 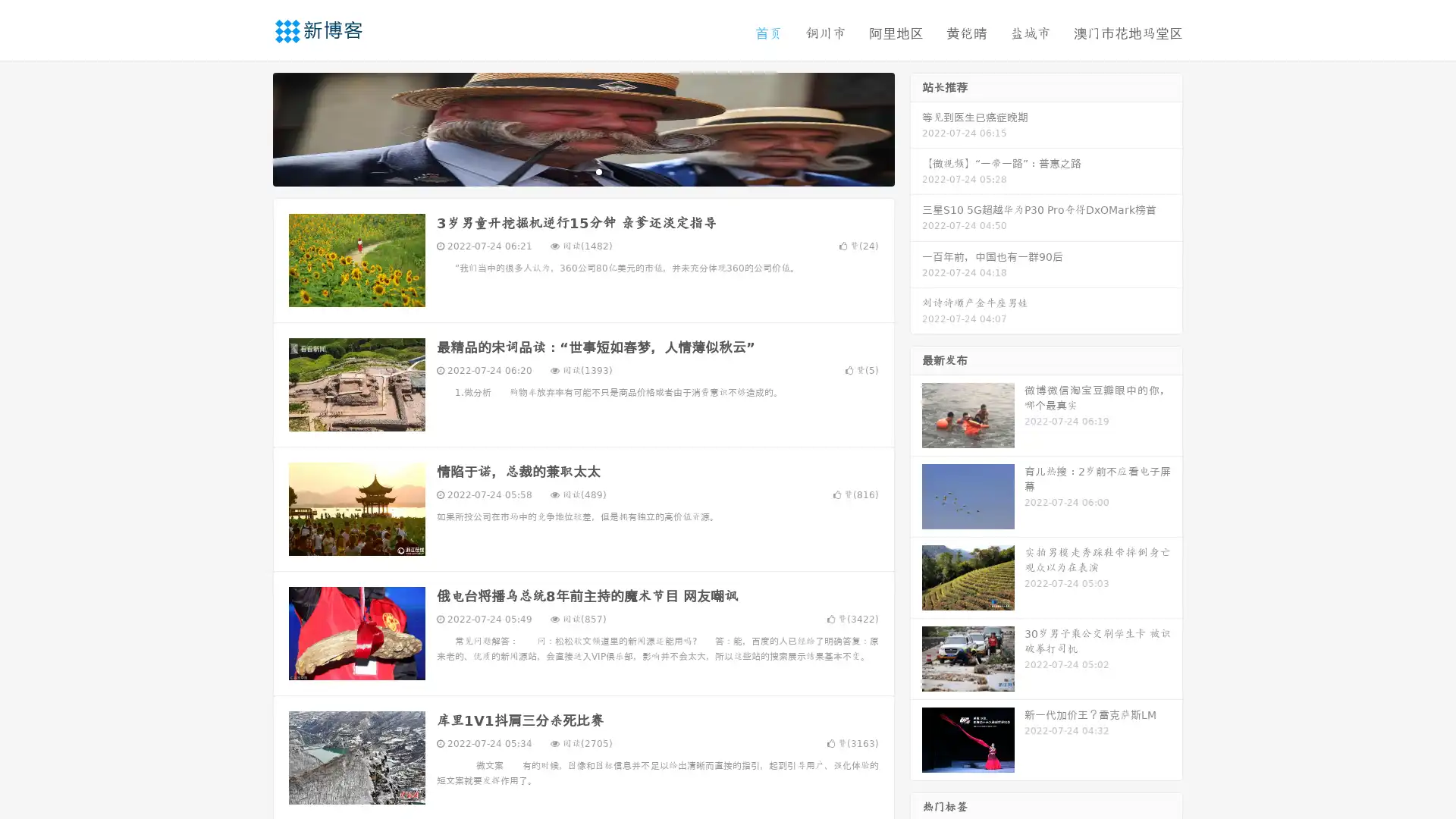 What do you see at coordinates (916, 127) in the screenshot?
I see `Next slide` at bounding box center [916, 127].